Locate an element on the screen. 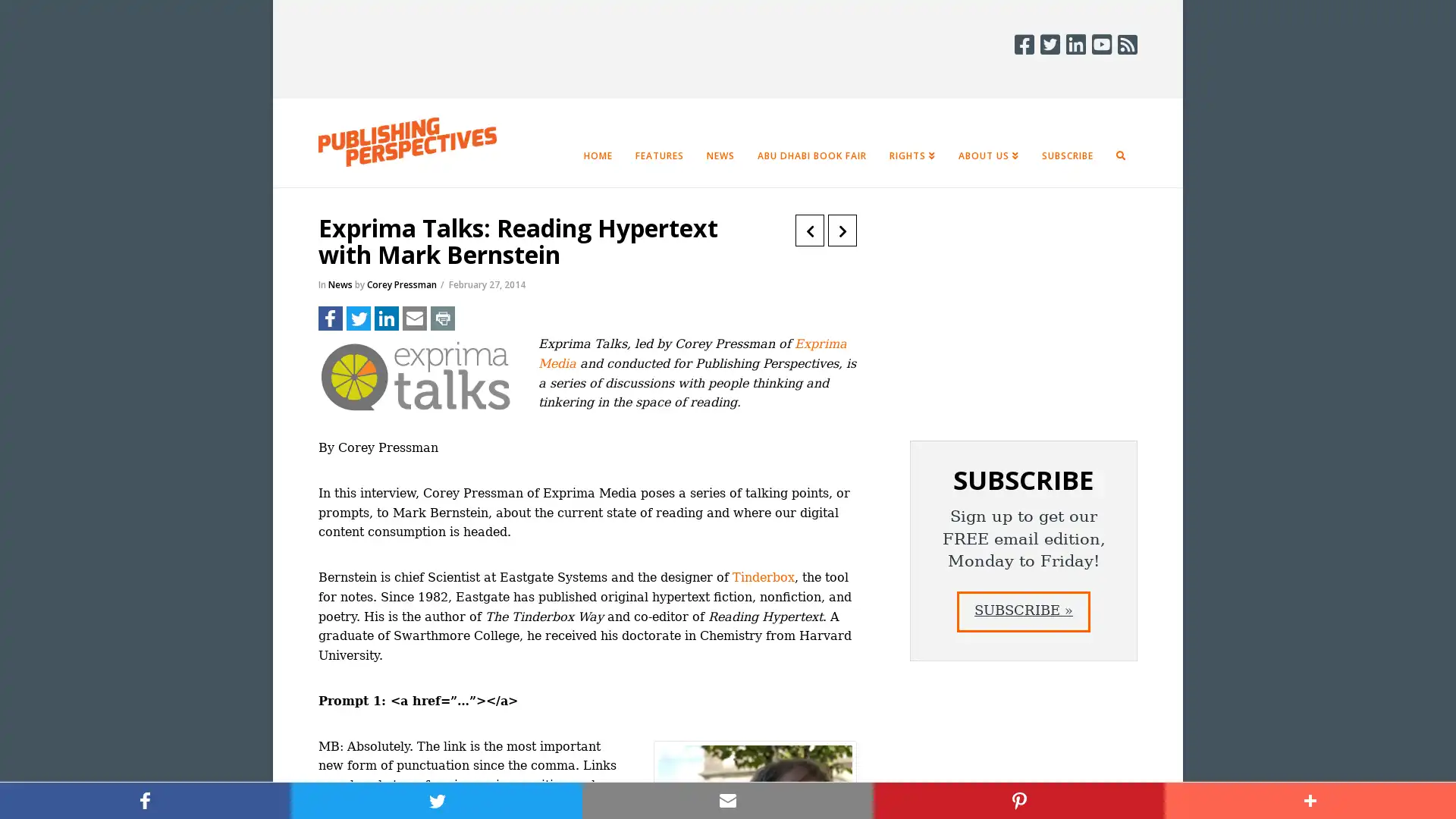 This screenshot has width=1456, height=819. Share to Email is located at coordinates (415, 318).